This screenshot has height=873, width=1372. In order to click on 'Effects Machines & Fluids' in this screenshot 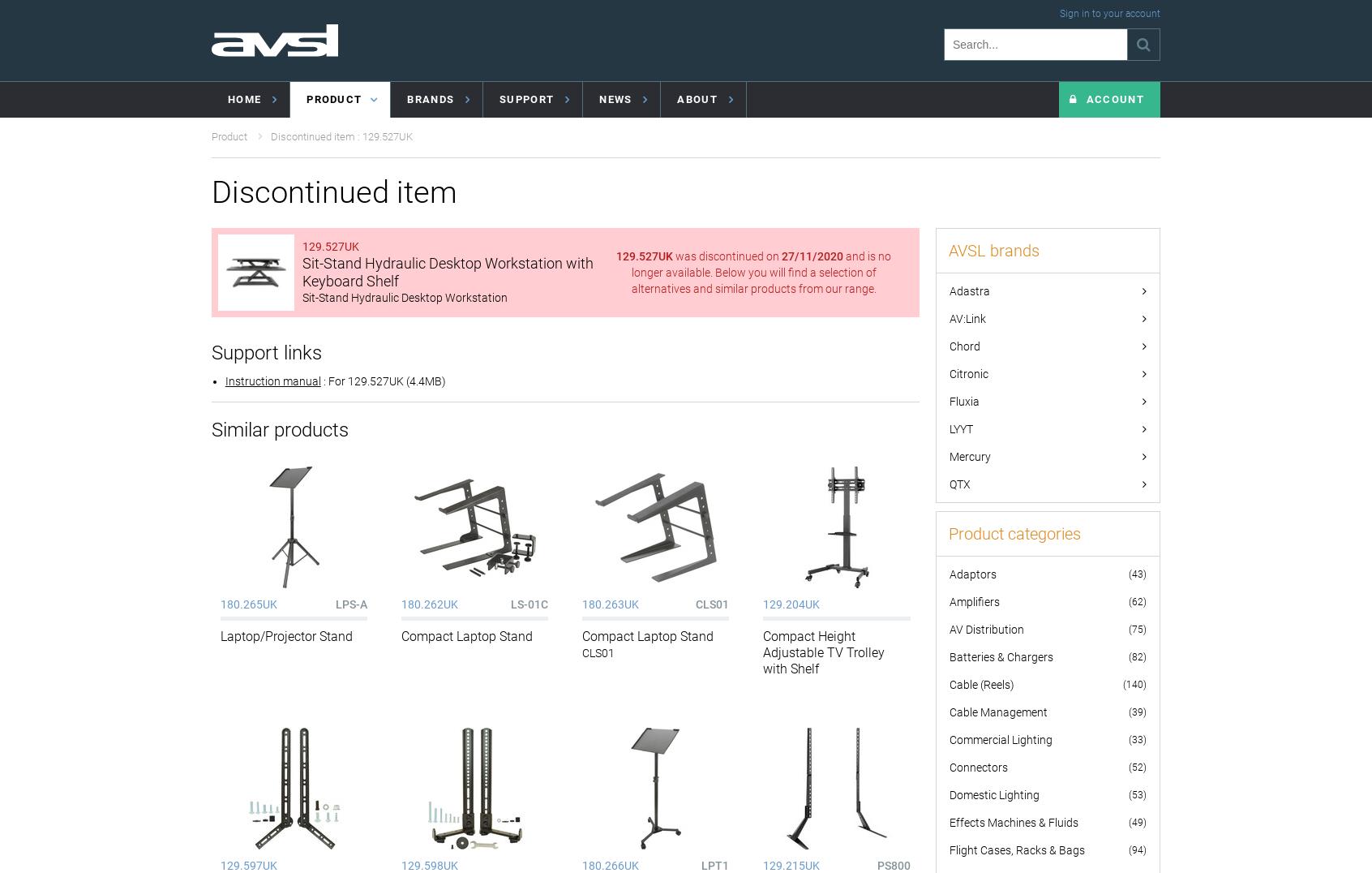, I will do `click(1013, 820)`.